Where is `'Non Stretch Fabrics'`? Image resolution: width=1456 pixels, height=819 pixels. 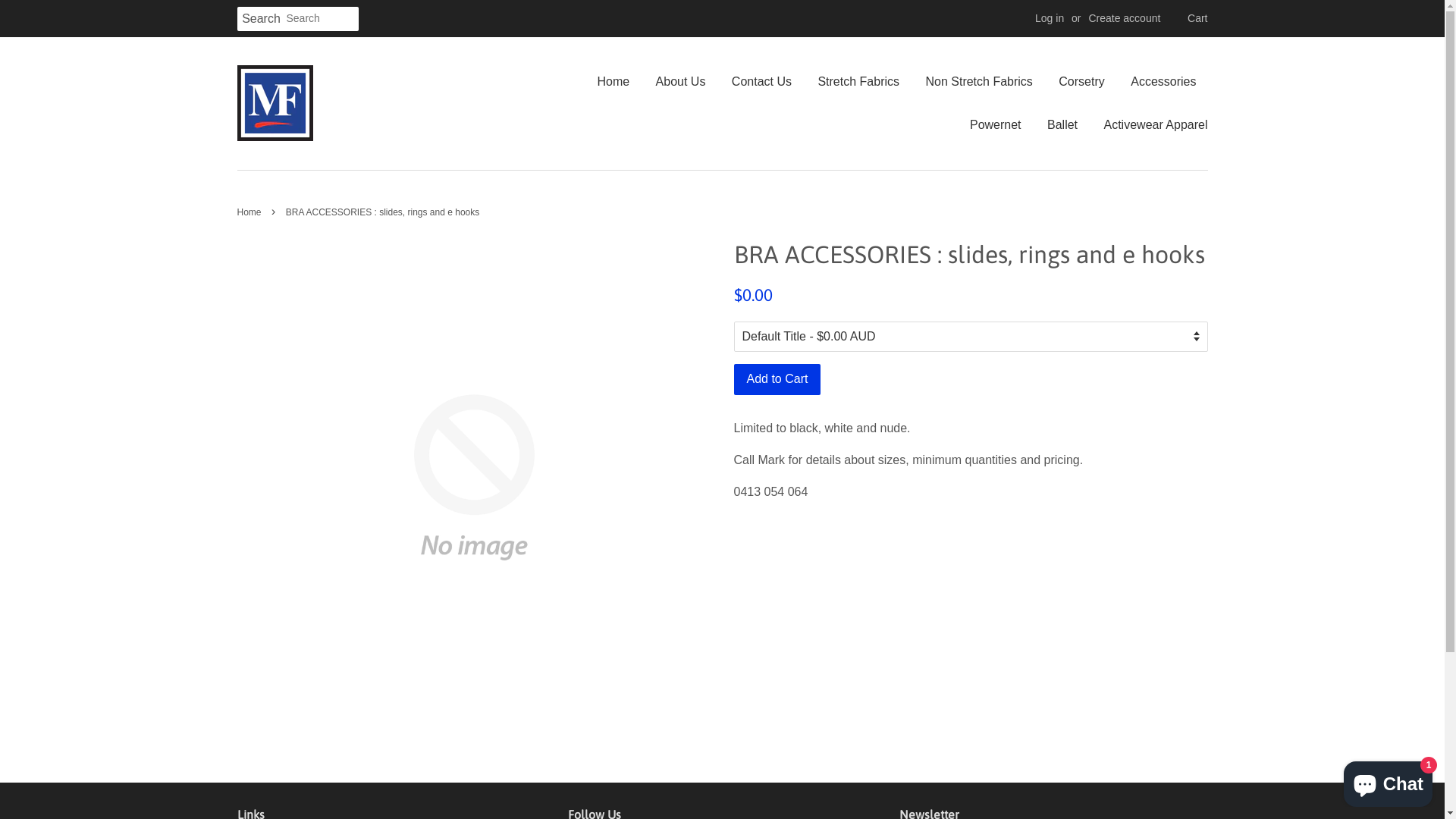 'Non Stretch Fabrics' is located at coordinates (978, 81).